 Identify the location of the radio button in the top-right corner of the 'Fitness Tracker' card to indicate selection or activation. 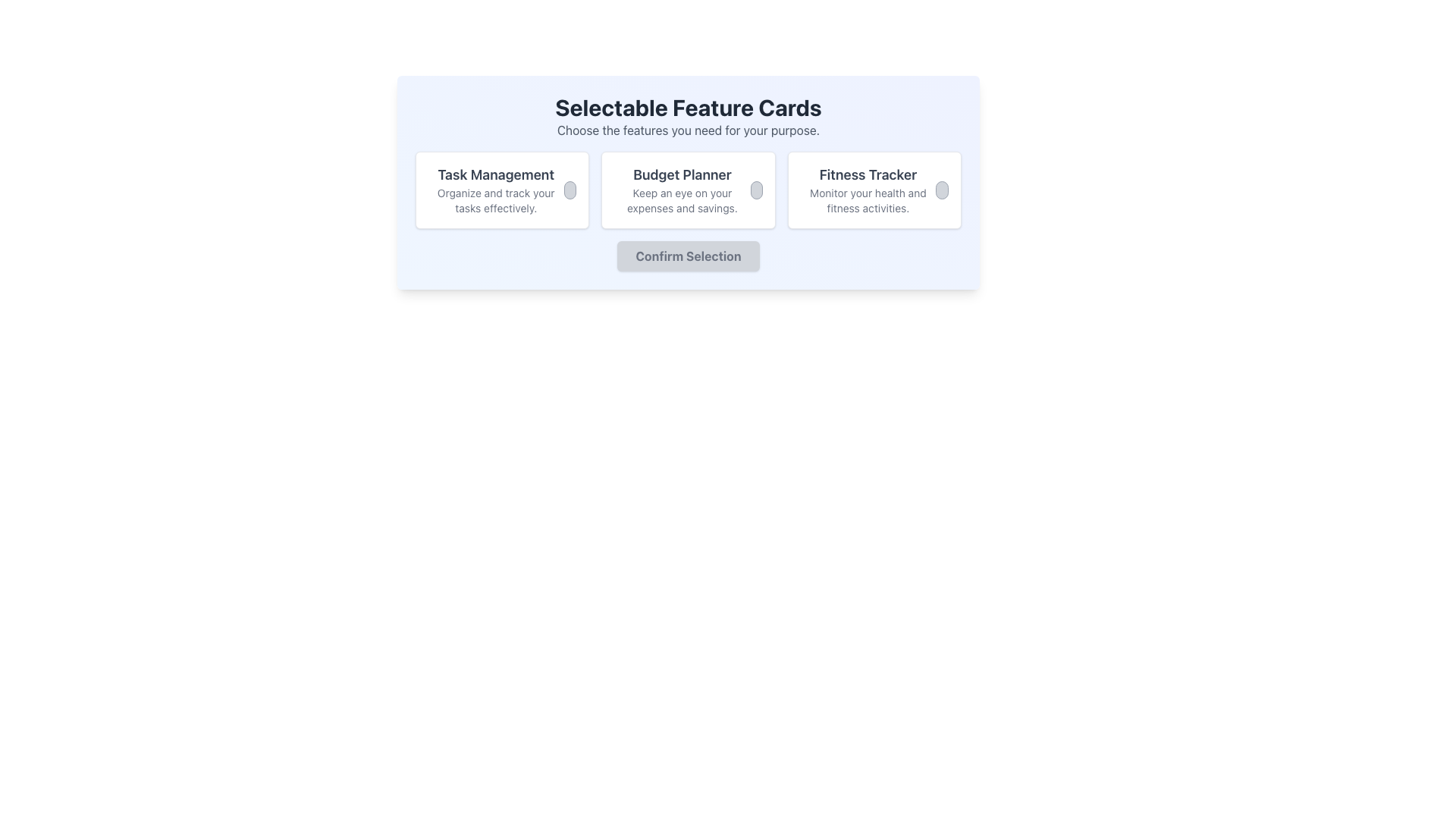
(941, 189).